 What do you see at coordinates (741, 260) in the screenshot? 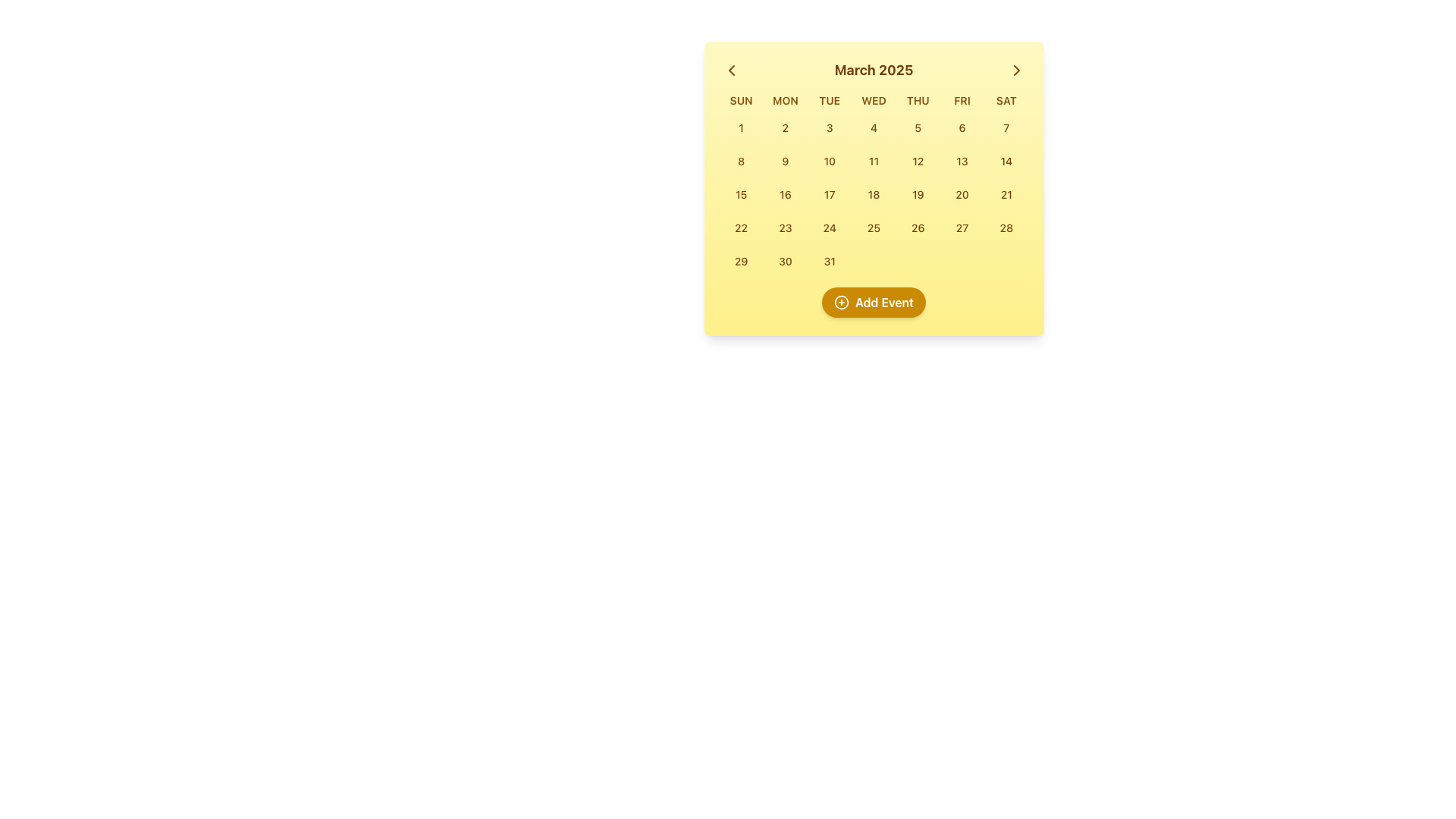
I see `the text element displaying the number '29' in dark yellow, located in the lower-right corner of the calendar grid` at bounding box center [741, 260].